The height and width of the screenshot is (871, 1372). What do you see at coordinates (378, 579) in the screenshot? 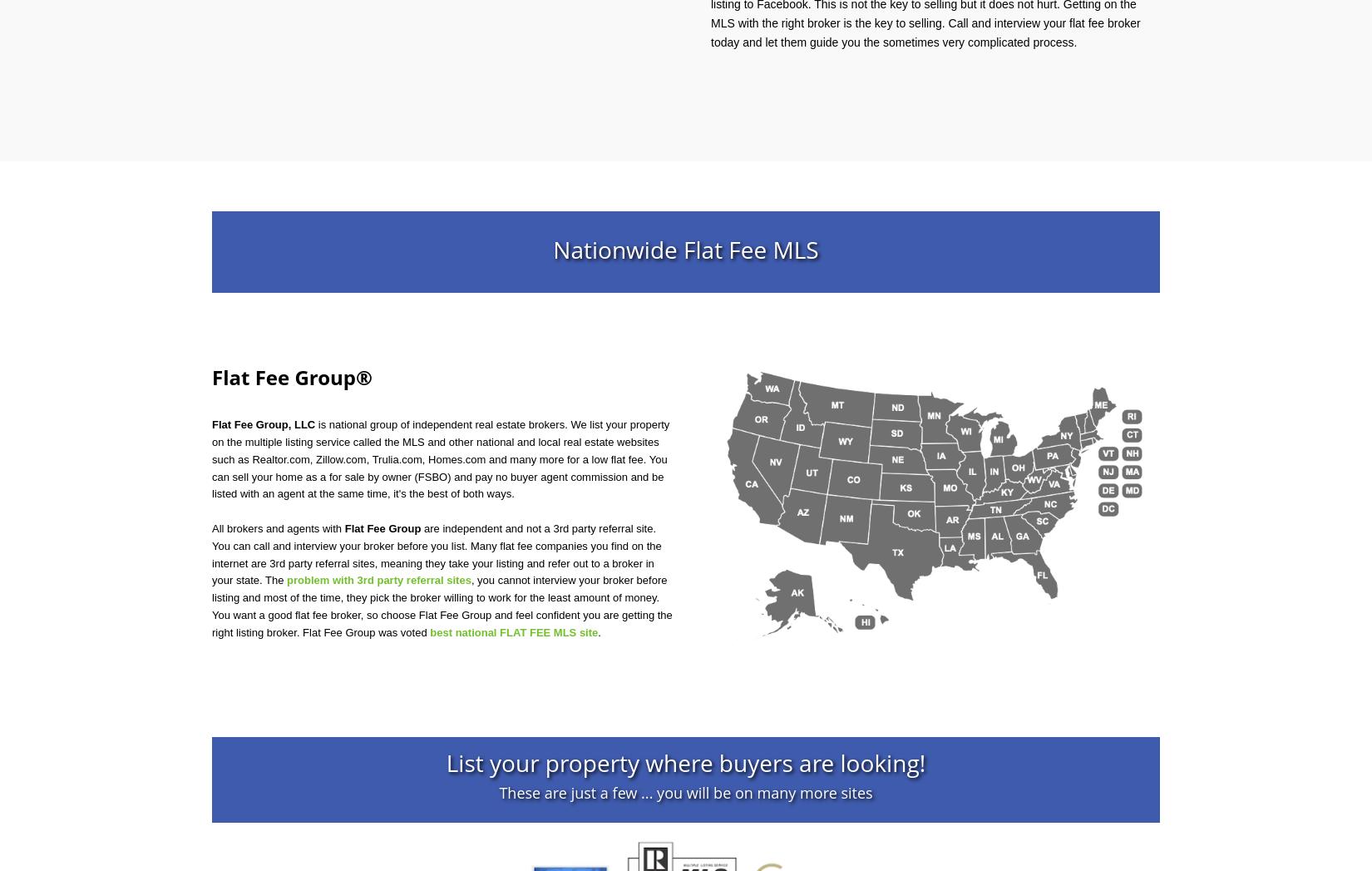
I see `'problem with 3rd party referral sites'` at bounding box center [378, 579].